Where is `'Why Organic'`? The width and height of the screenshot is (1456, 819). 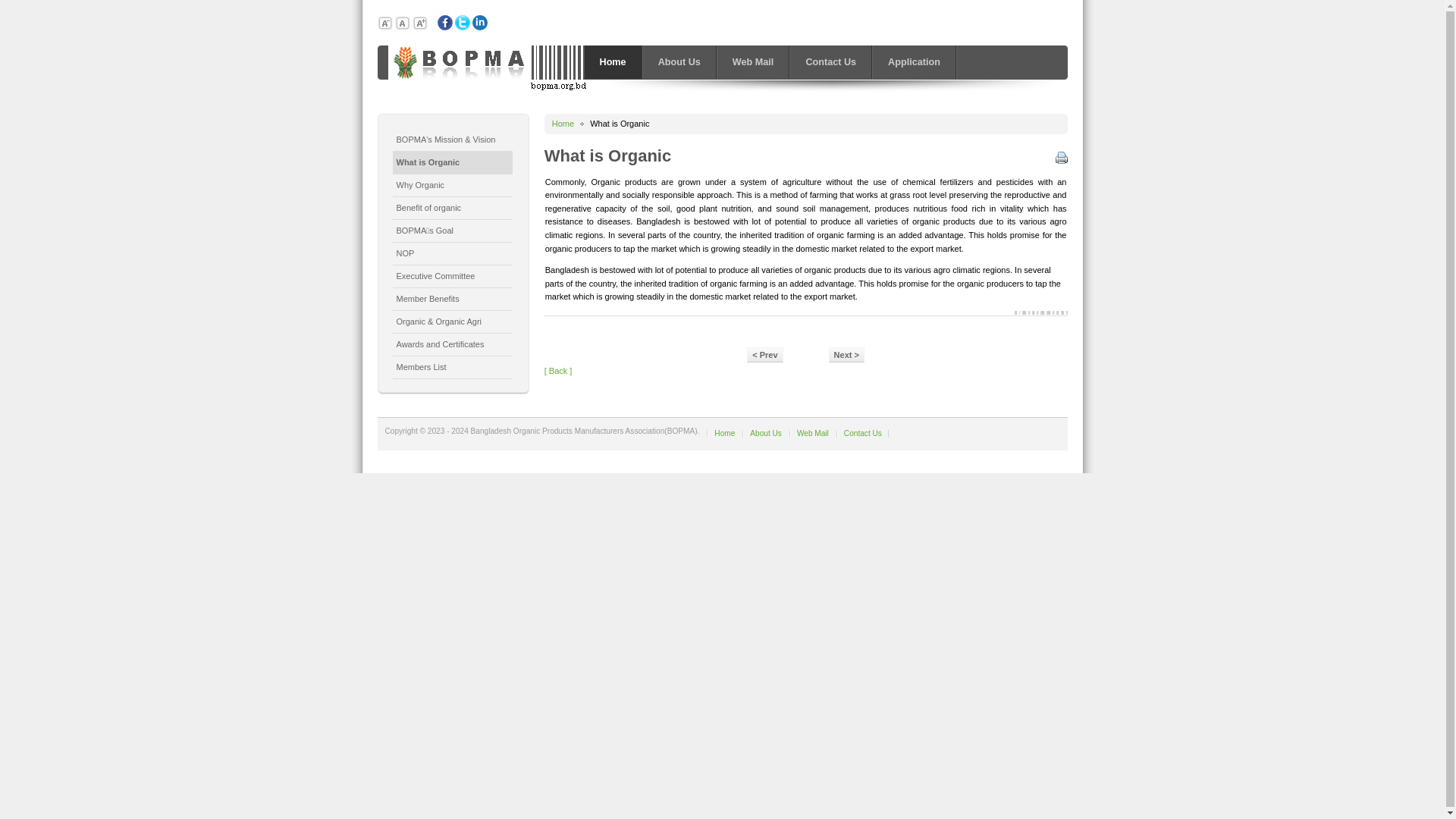
'Why Organic' is located at coordinates (452, 185).